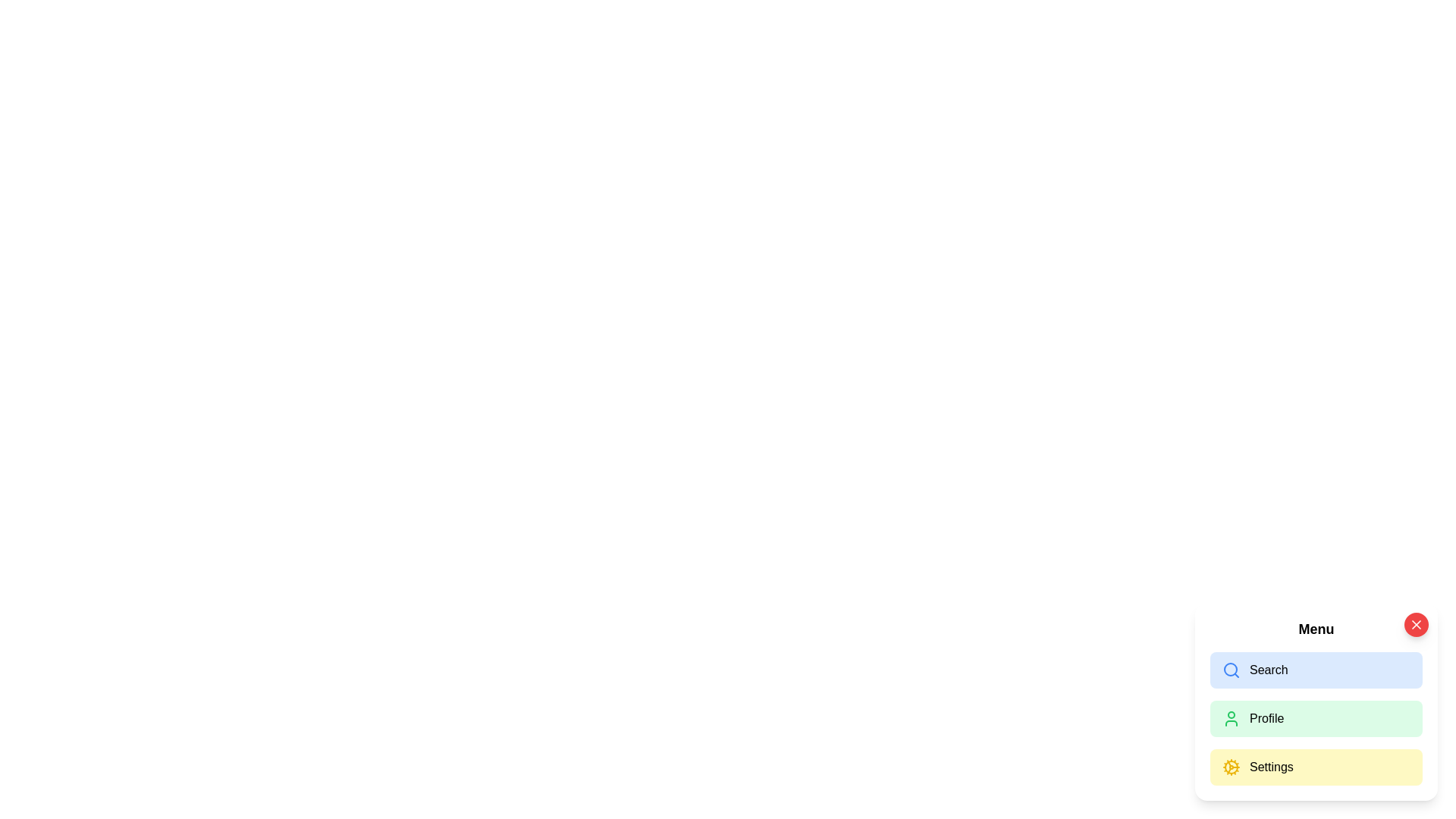 This screenshot has width=1456, height=819. I want to click on the cogwheel icon located at the bottom of the vertical menu stack within the yellow 'Settings' button, so click(1231, 767).